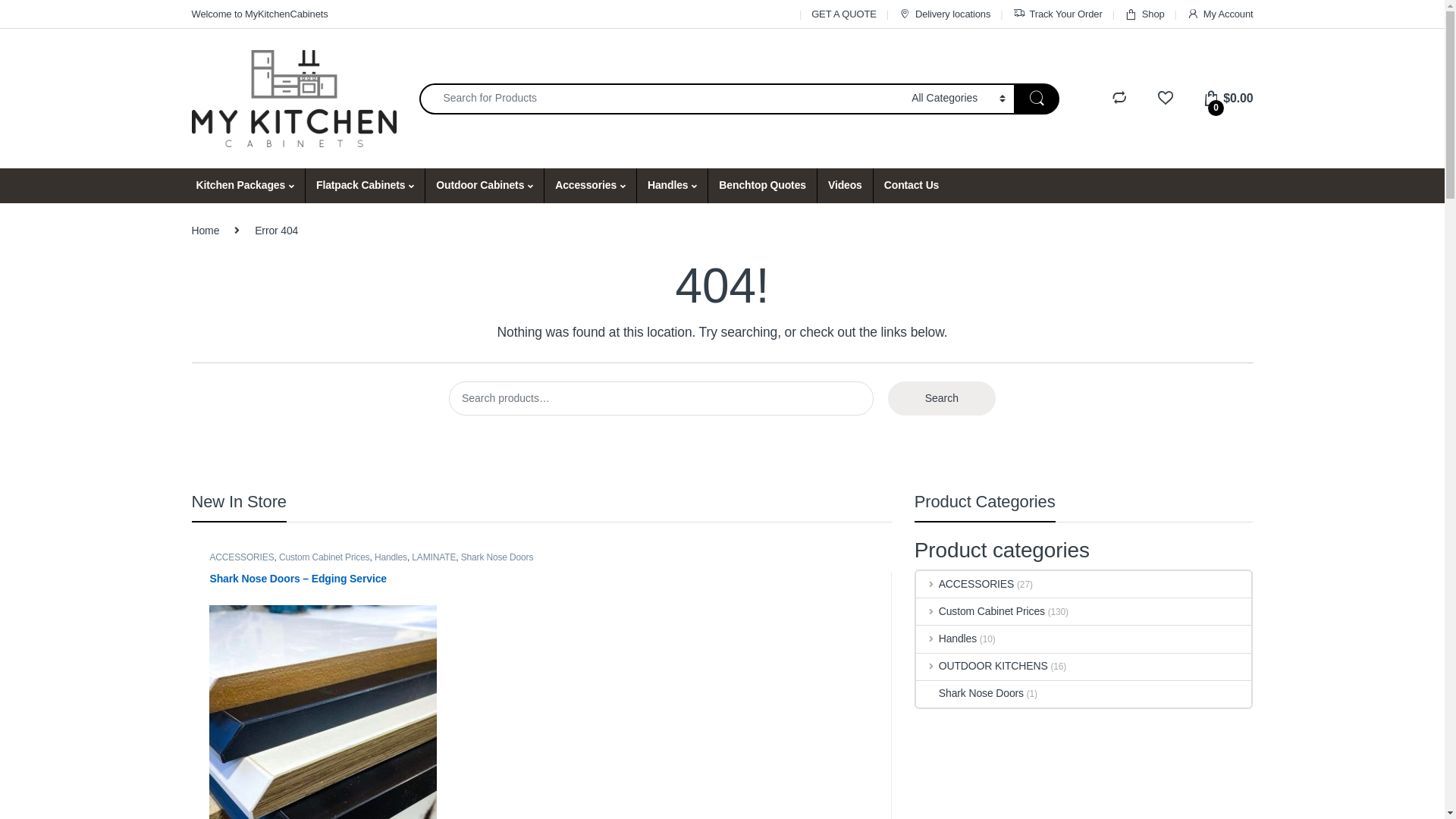 The width and height of the screenshot is (1456, 819). Describe the element at coordinates (1201, 98) in the screenshot. I see `'0` at that location.